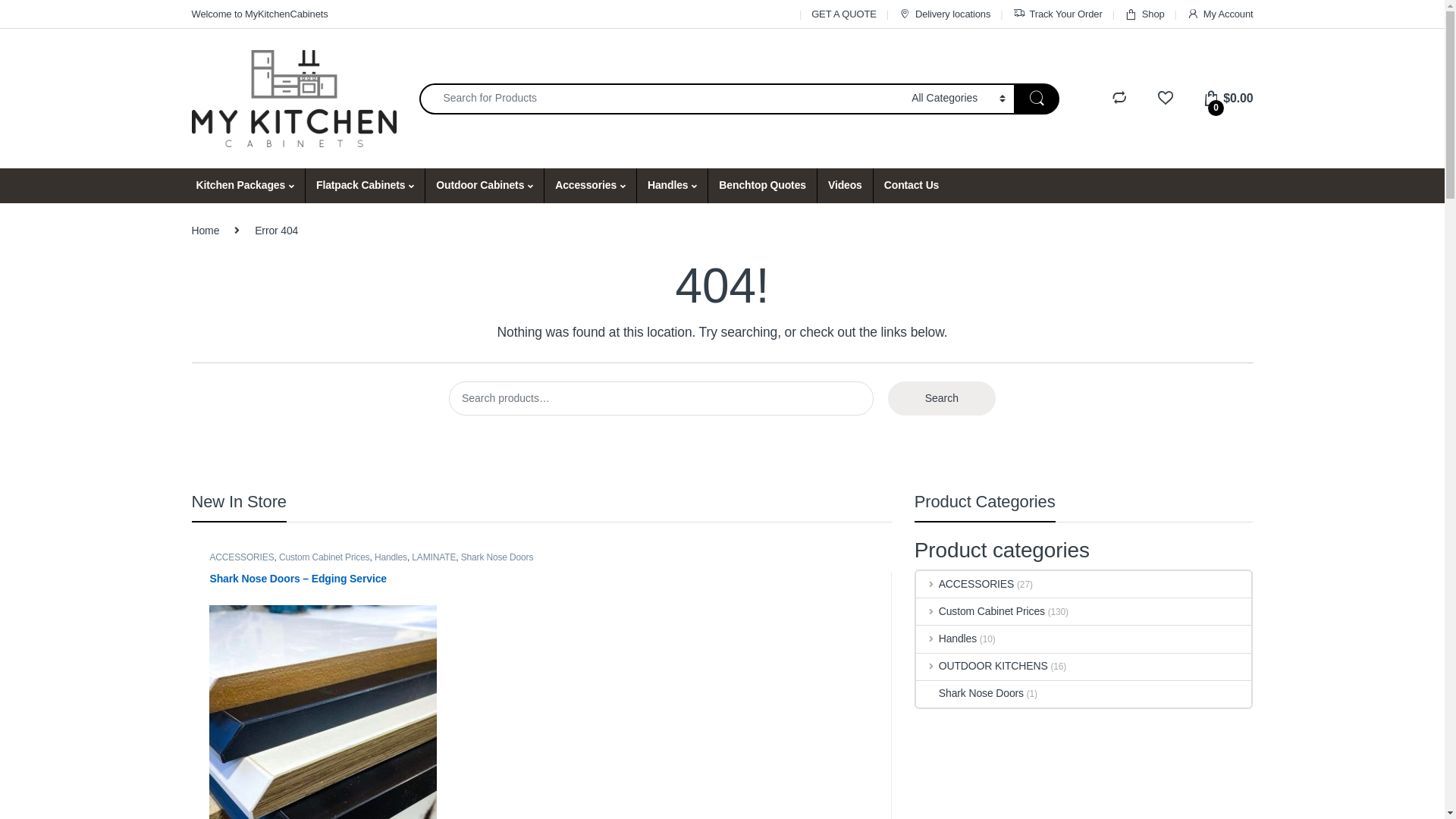 The width and height of the screenshot is (1456, 819). Describe the element at coordinates (1201, 98) in the screenshot. I see `'0` at that location.